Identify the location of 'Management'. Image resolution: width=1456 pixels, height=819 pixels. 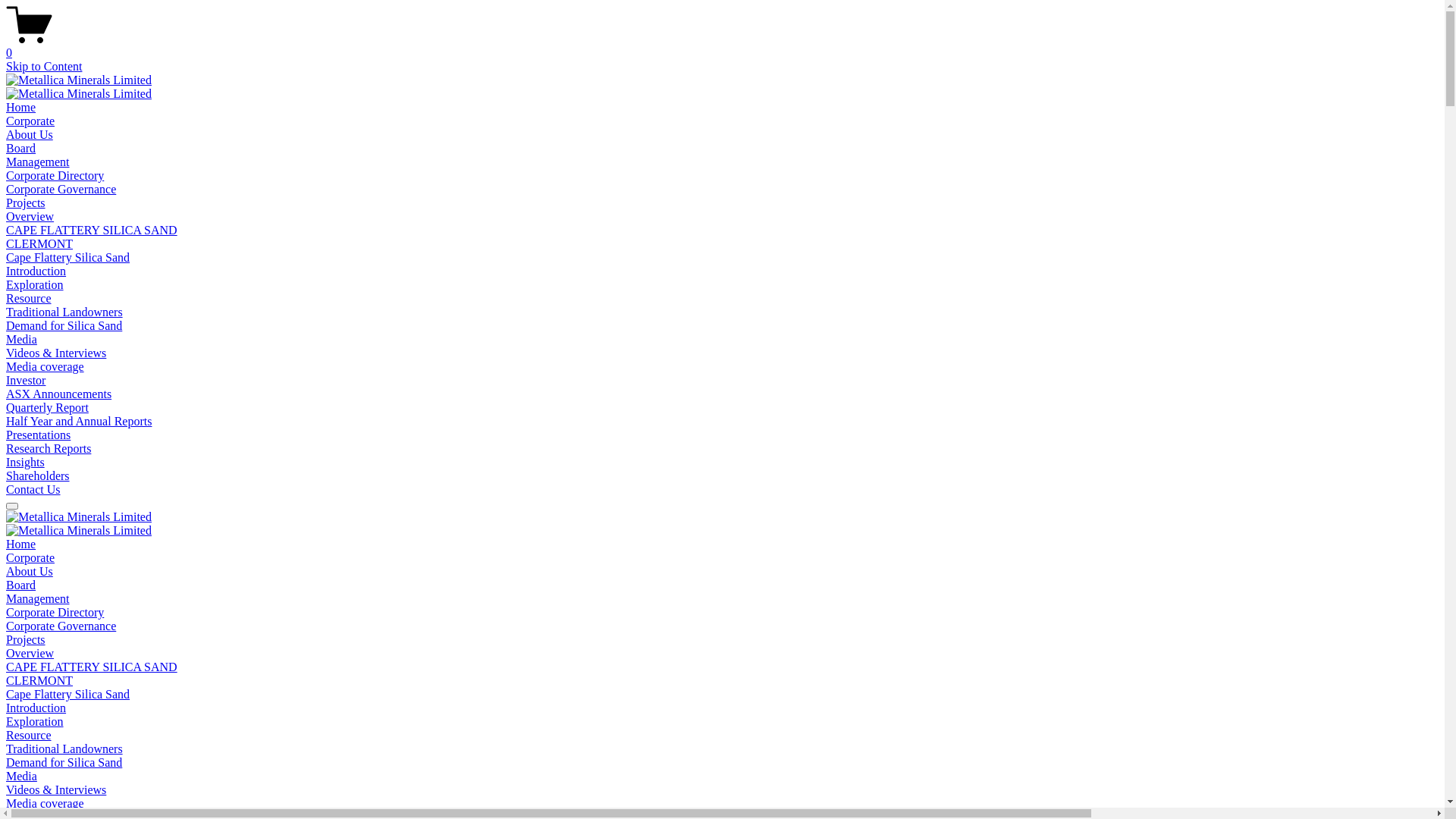
(37, 598).